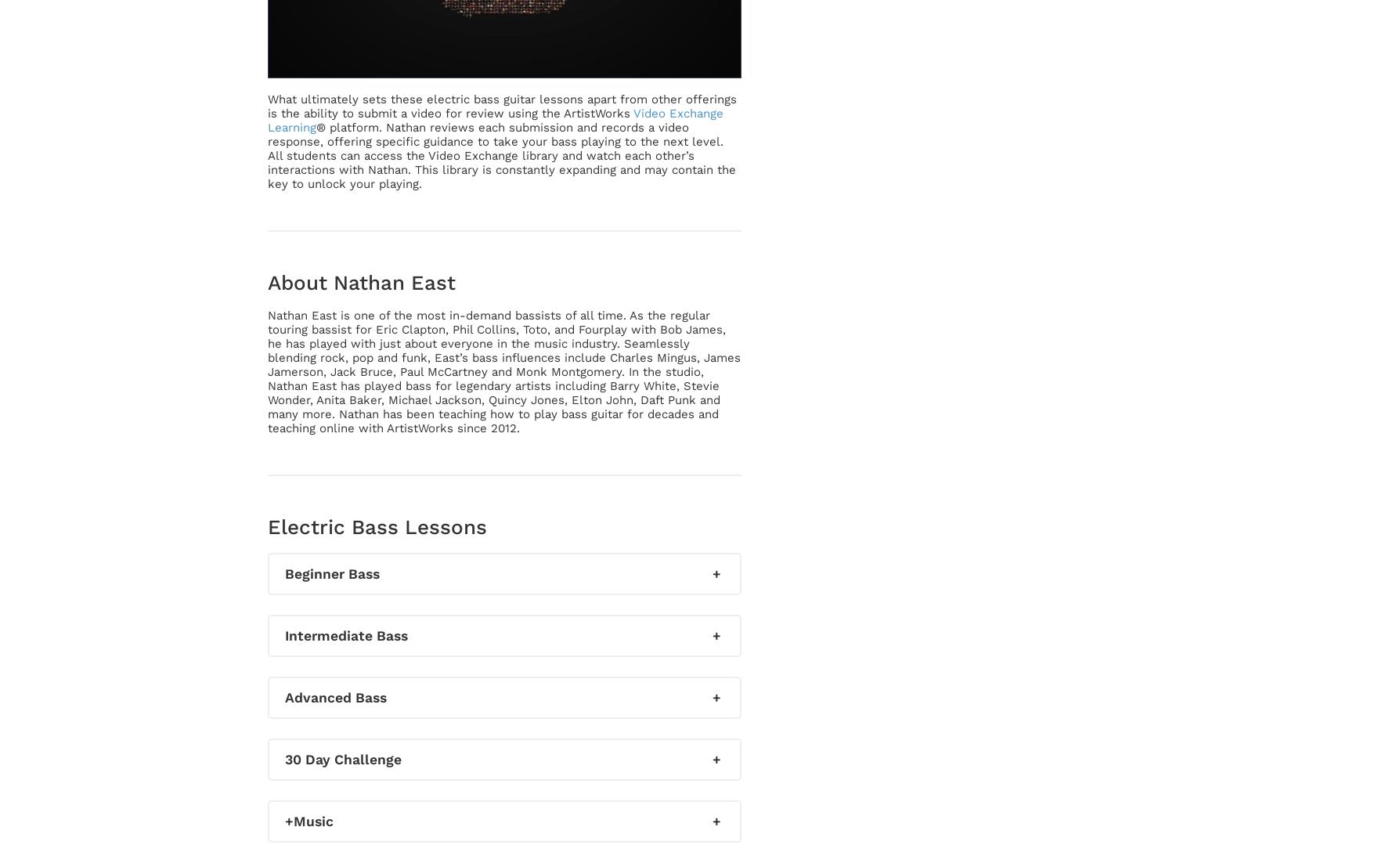 This screenshot has height=845, width=1400. What do you see at coordinates (331, 572) in the screenshot?
I see `'Beginner Bass'` at bounding box center [331, 572].